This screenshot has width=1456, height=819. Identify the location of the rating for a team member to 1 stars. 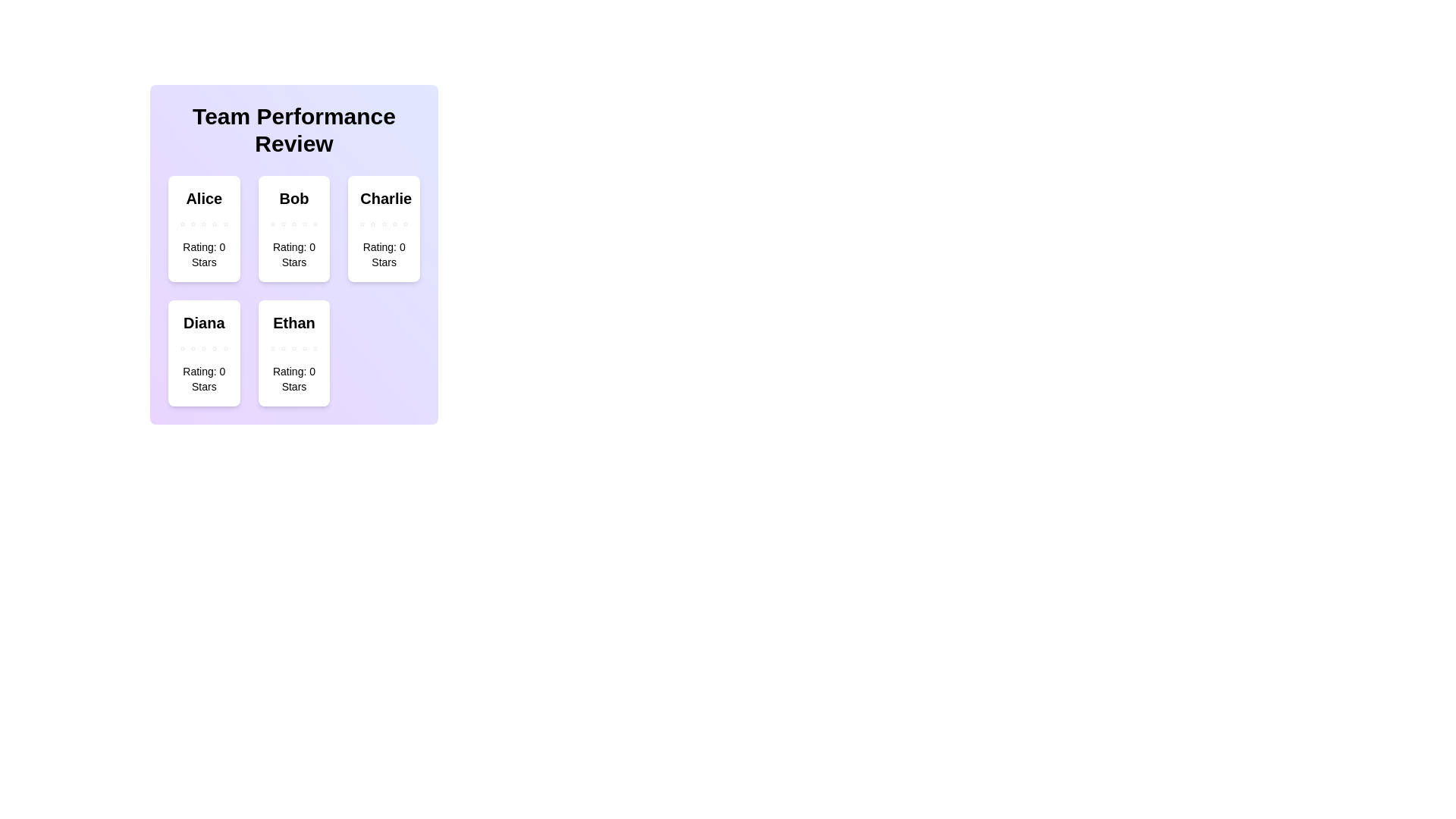
(182, 224).